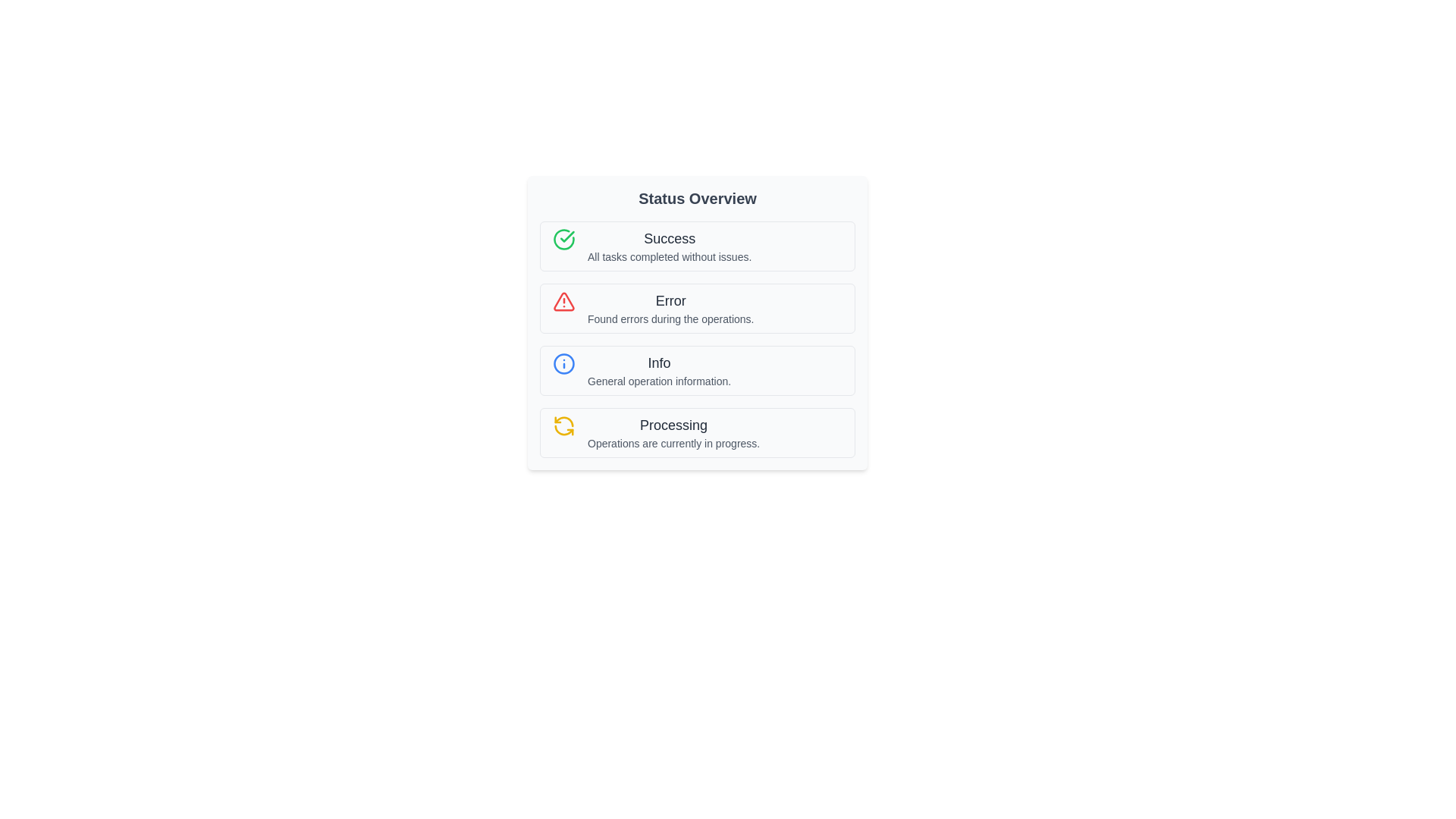 Image resolution: width=1456 pixels, height=819 pixels. I want to click on the text label that serves as a title or header for the section, which is located in a light gray, rounded rectangle above a list of operations, so click(697, 198).